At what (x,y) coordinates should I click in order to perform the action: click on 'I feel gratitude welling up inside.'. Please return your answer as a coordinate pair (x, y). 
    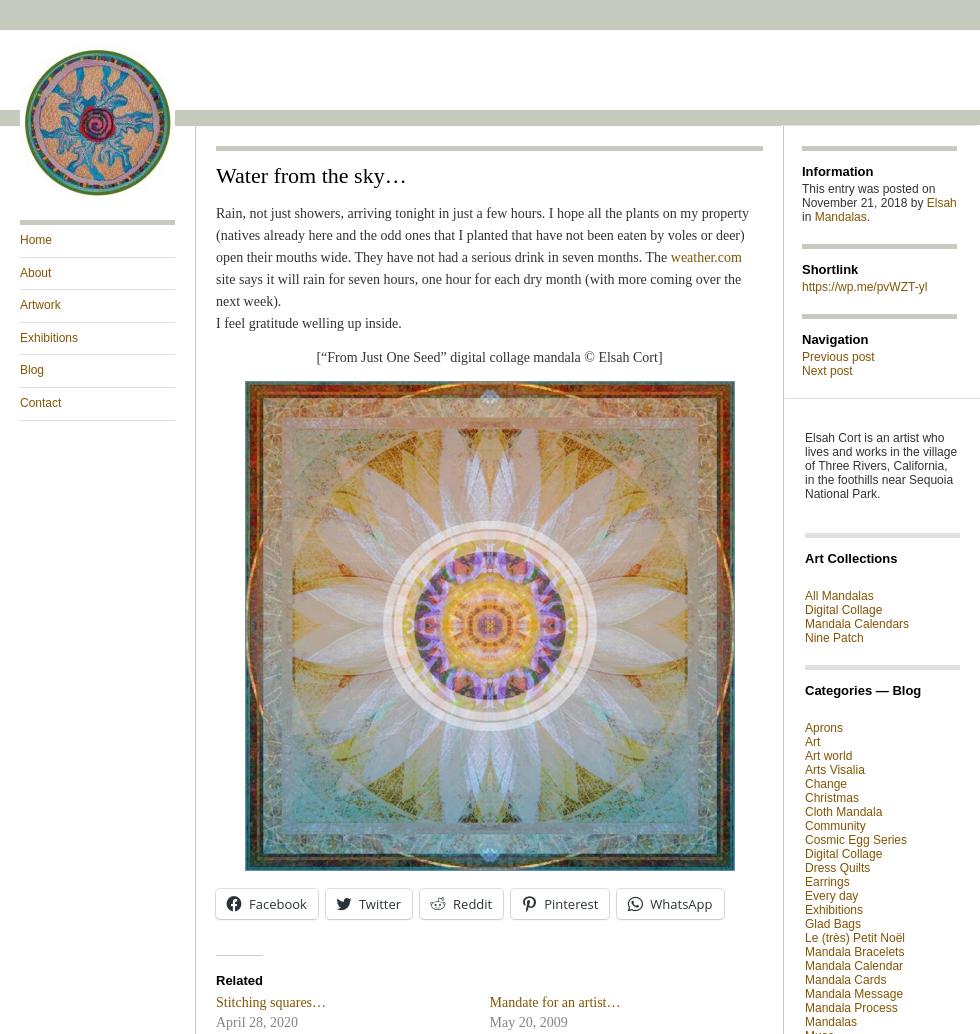
    Looking at the image, I should click on (308, 322).